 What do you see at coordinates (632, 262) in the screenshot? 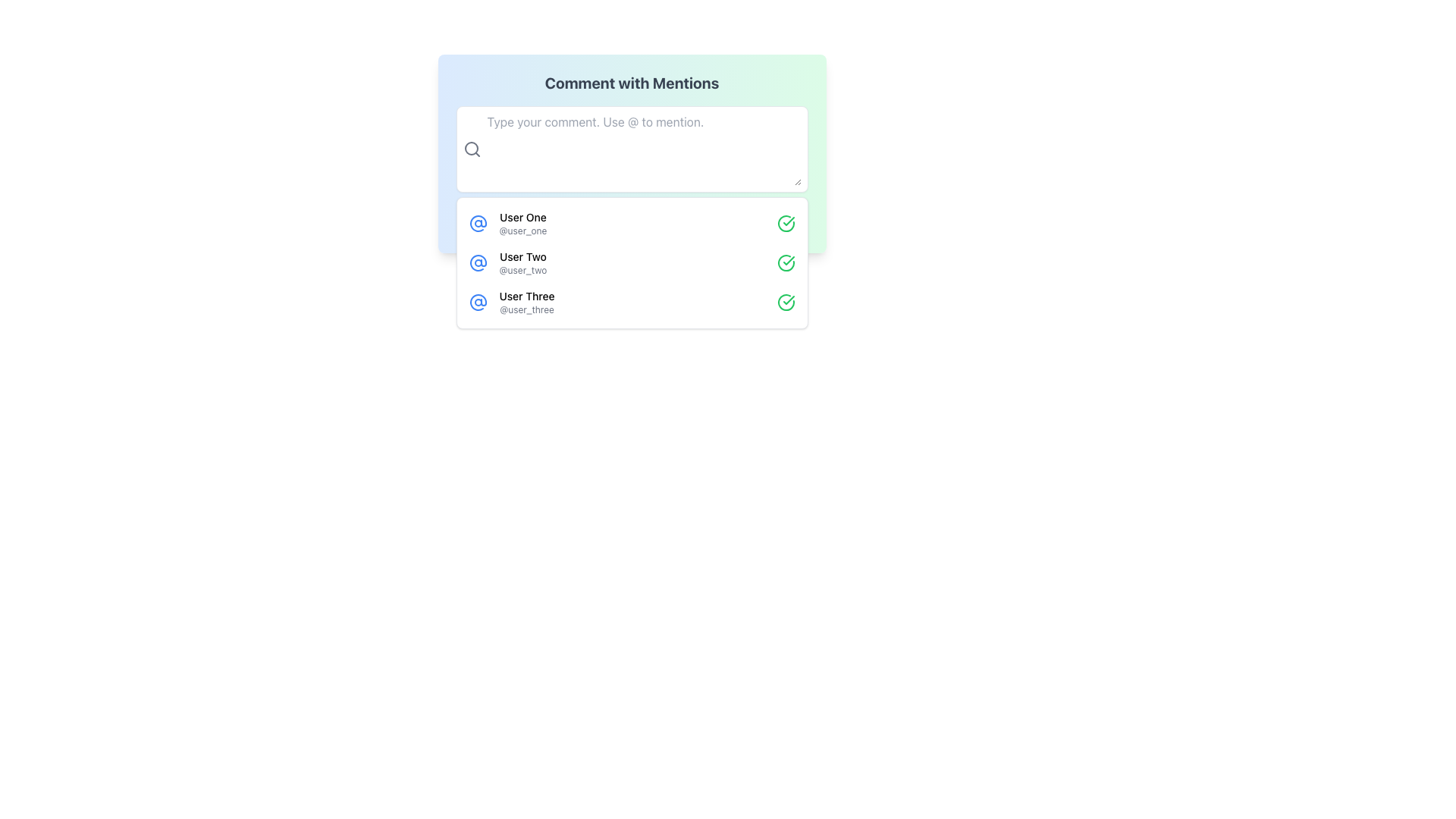
I see `the user mention option for '@user_two' in the dropdown list beneath the 'Comment with Mentions' input field` at bounding box center [632, 262].